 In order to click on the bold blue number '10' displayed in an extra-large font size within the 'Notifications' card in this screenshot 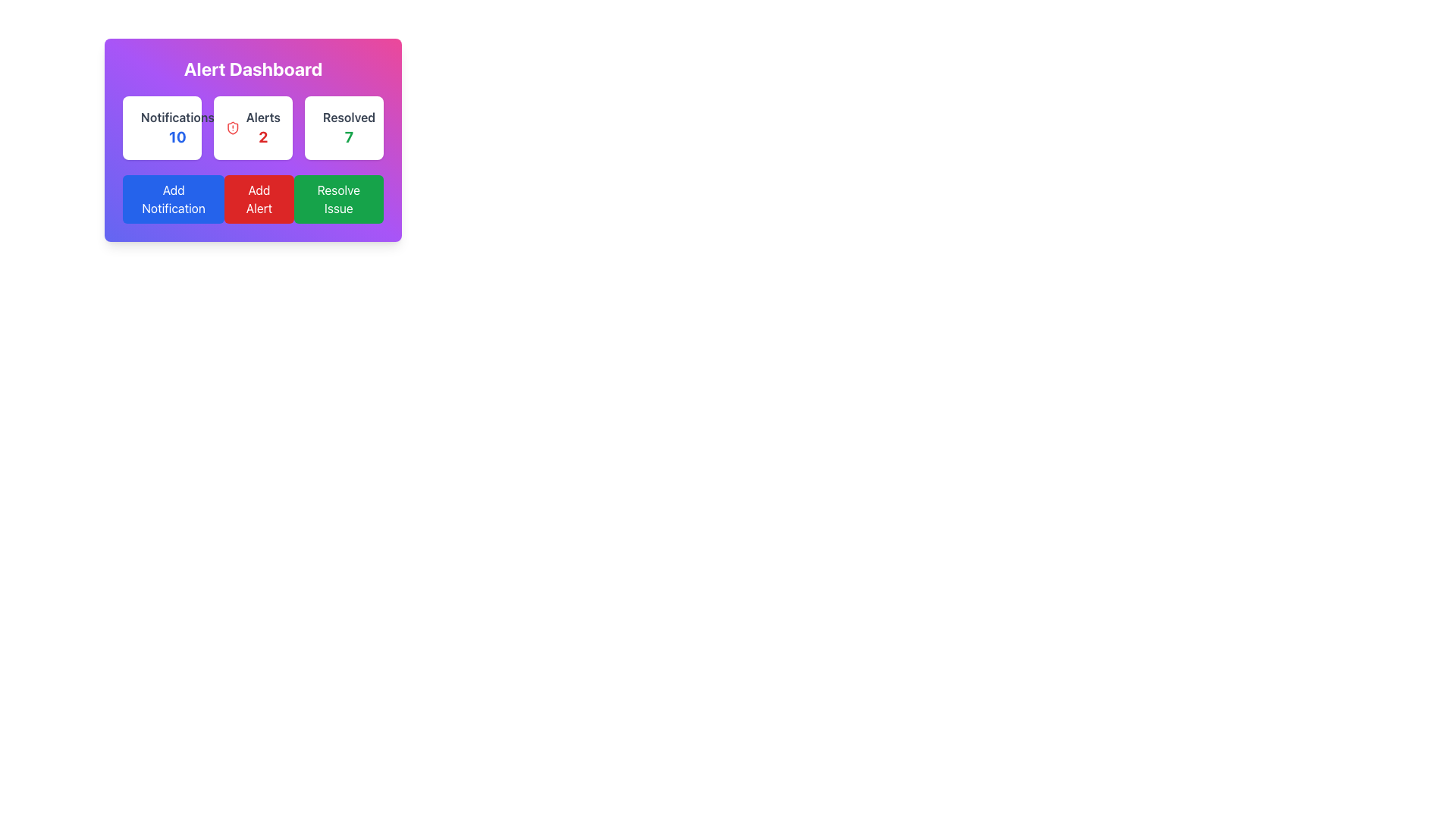, I will do `click(177, 137)`.